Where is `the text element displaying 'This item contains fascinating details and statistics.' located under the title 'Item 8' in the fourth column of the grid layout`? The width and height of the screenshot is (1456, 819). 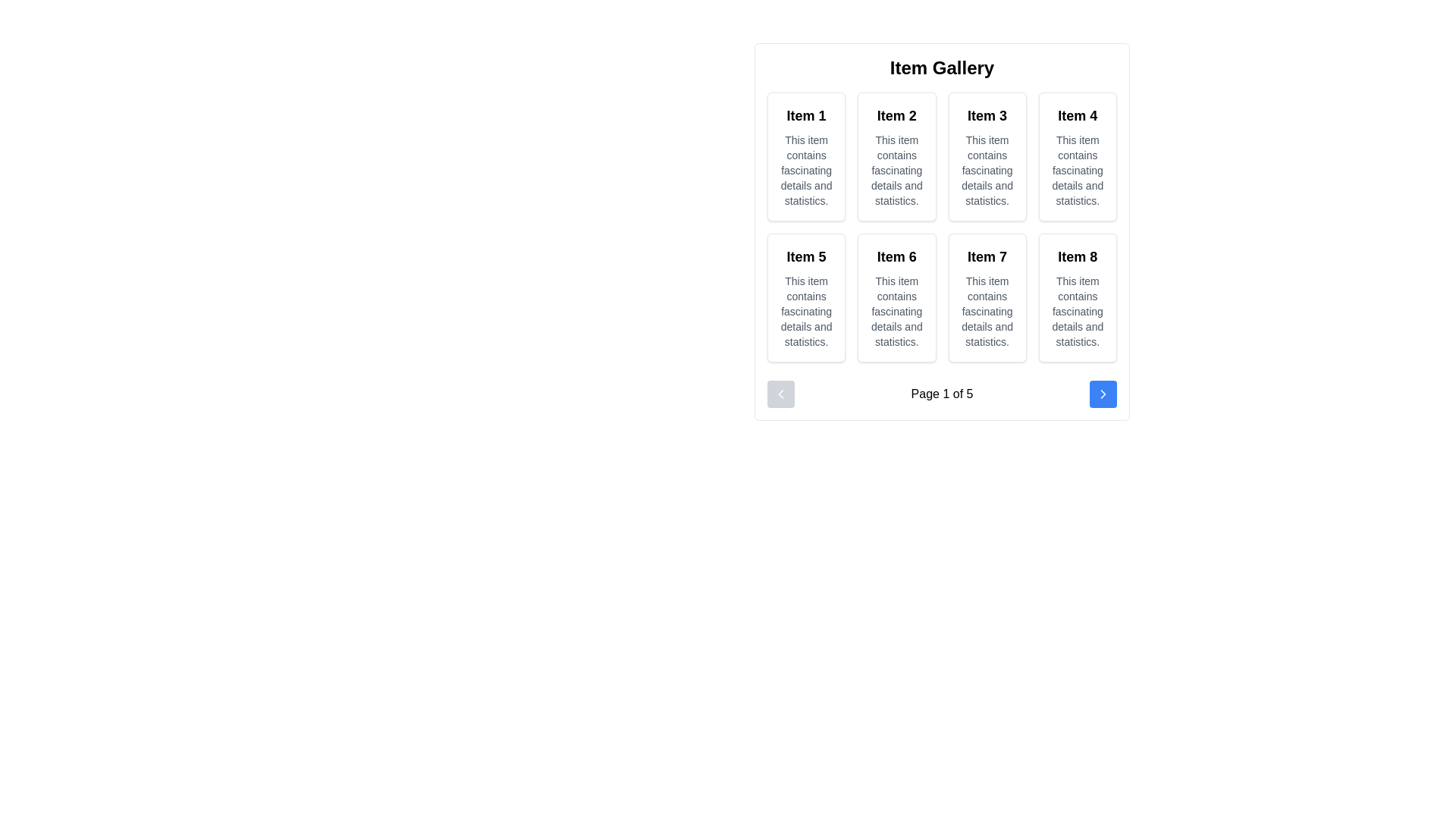
the text element displaying 'This item contains fascinating details and statistics.' located under the title 'Item 8' in the fourth column of the grid layout is located at coordinates (1077, 311).